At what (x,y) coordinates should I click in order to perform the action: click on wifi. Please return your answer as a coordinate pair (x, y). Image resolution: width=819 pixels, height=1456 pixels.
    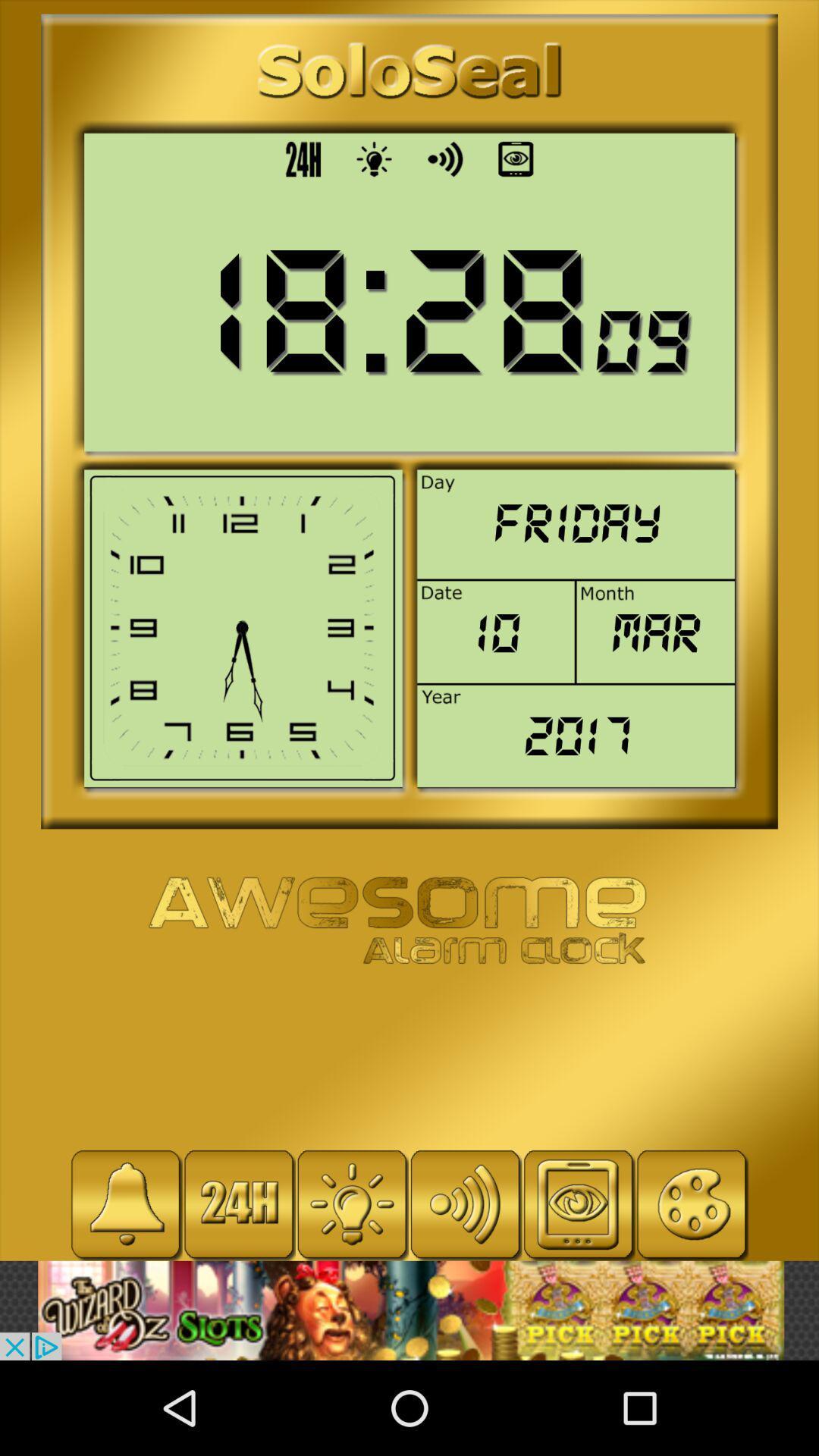
    Looking at the image, I should click on (464, 1203).